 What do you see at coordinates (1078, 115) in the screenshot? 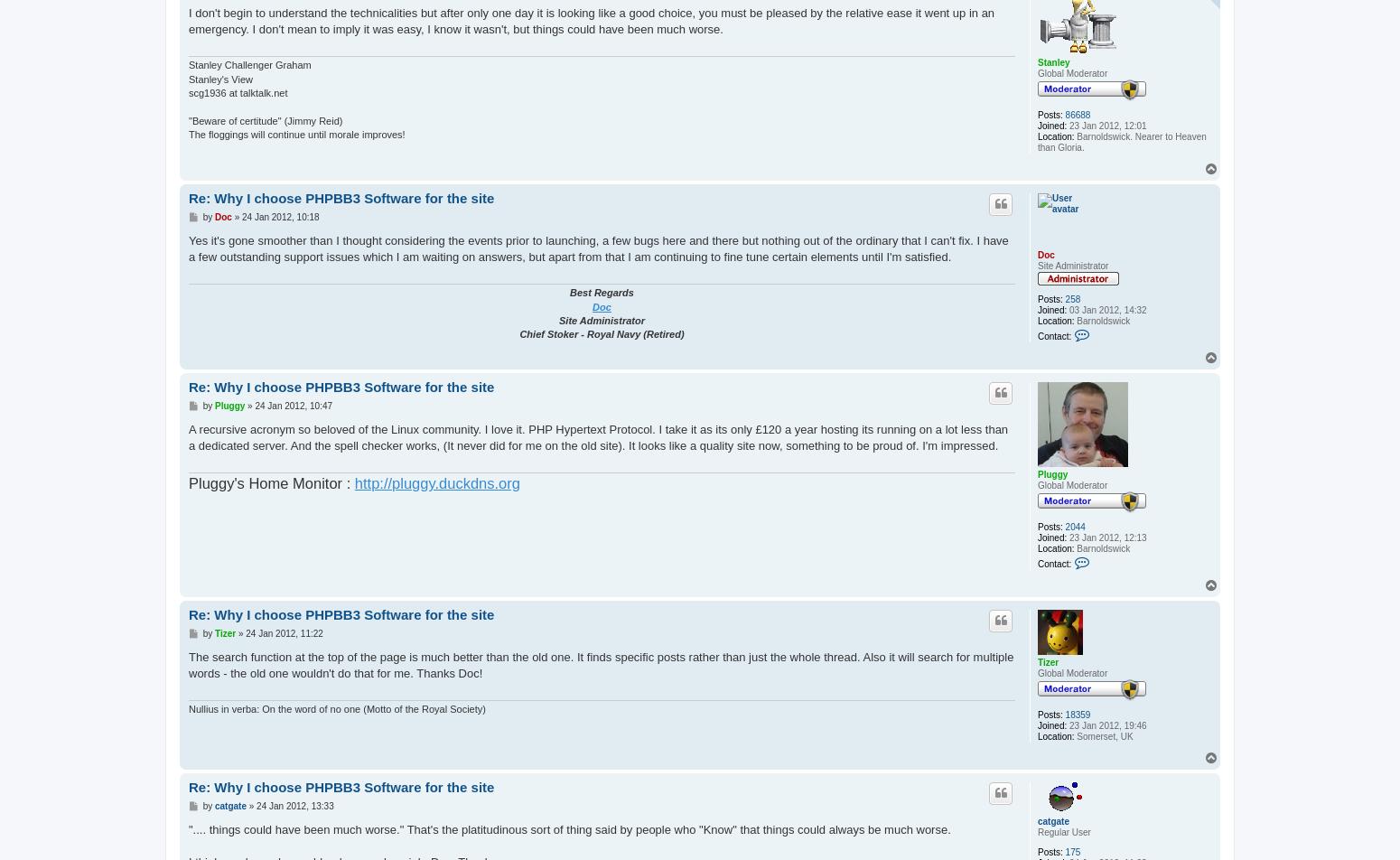
I see `'86688'` at bounding box center [1078, 115].